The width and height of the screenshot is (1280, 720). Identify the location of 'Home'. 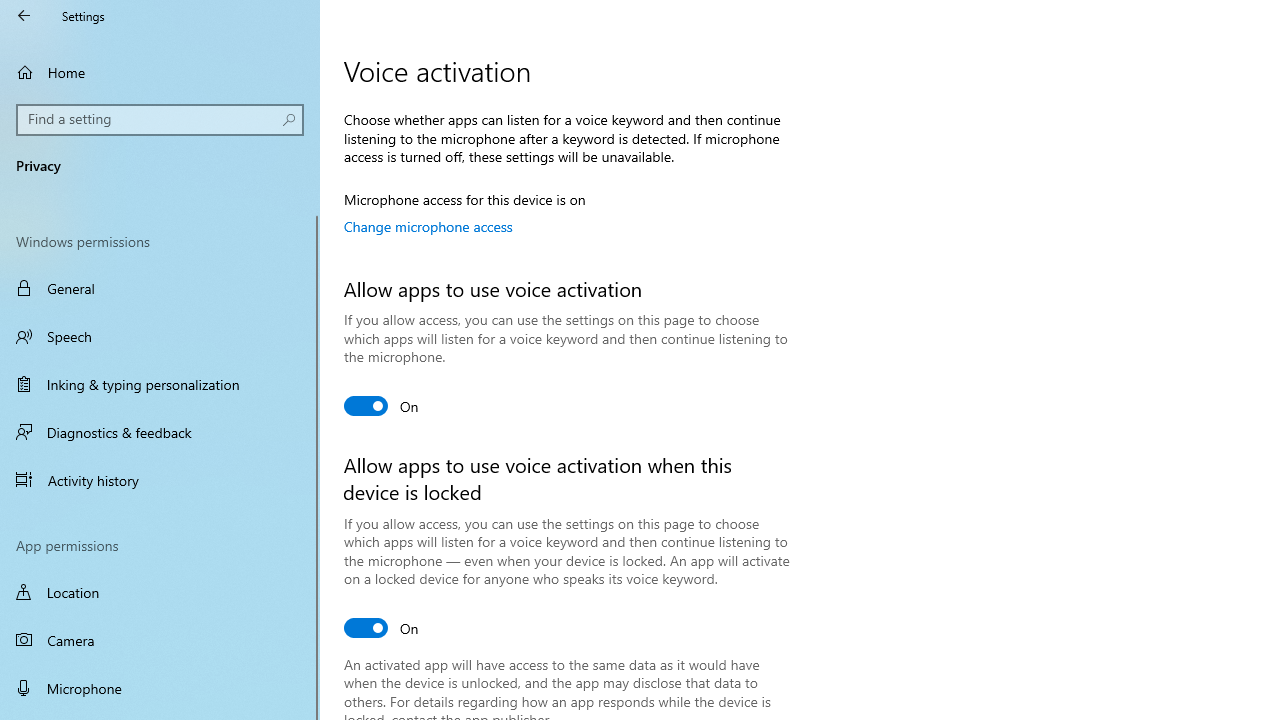
(160, 71).